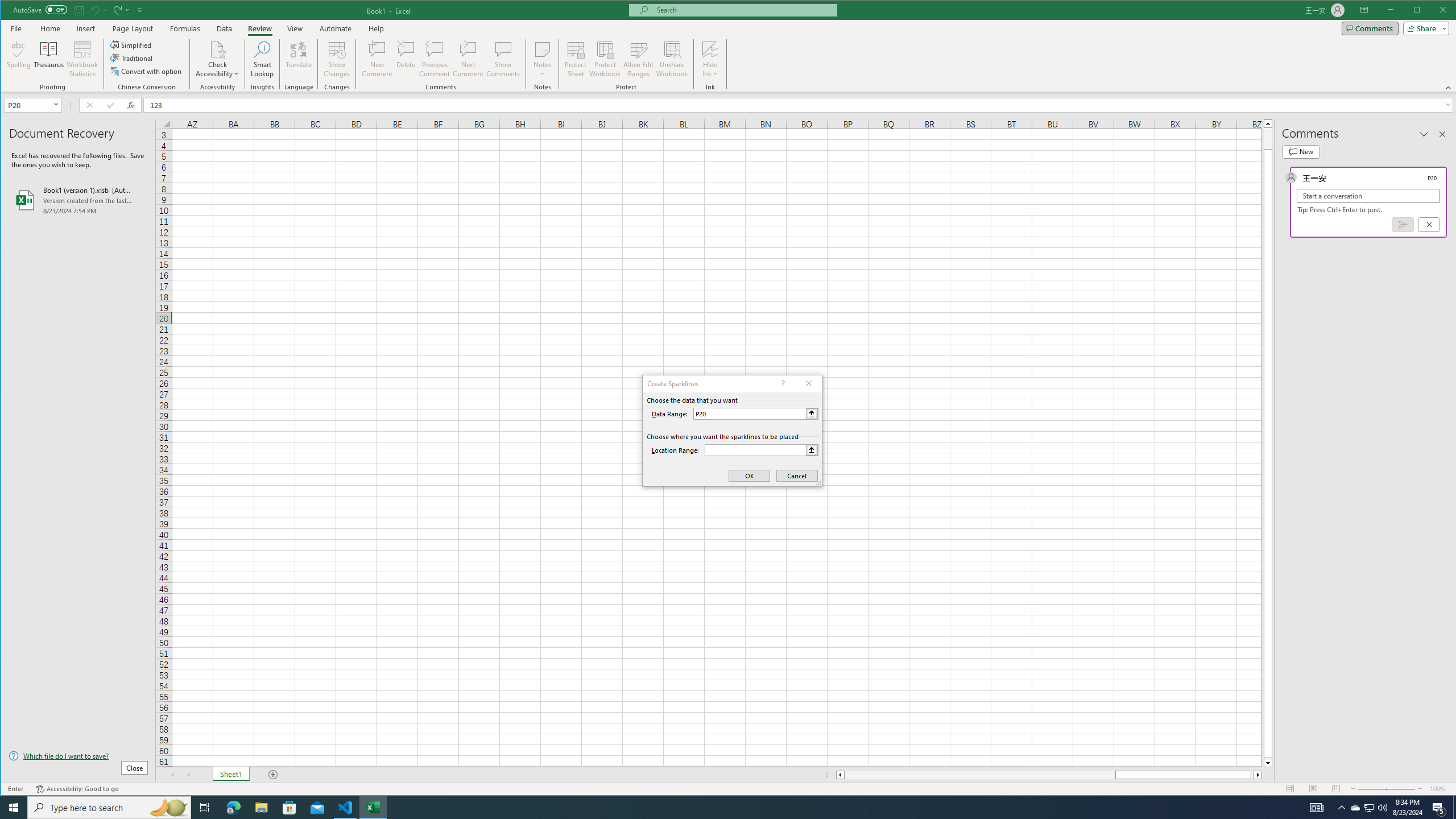 This screenshot has height=819, width=1456. Describe the element at coordinates (1268, 138) in the screenshot. I see `'Page up'` at that location.